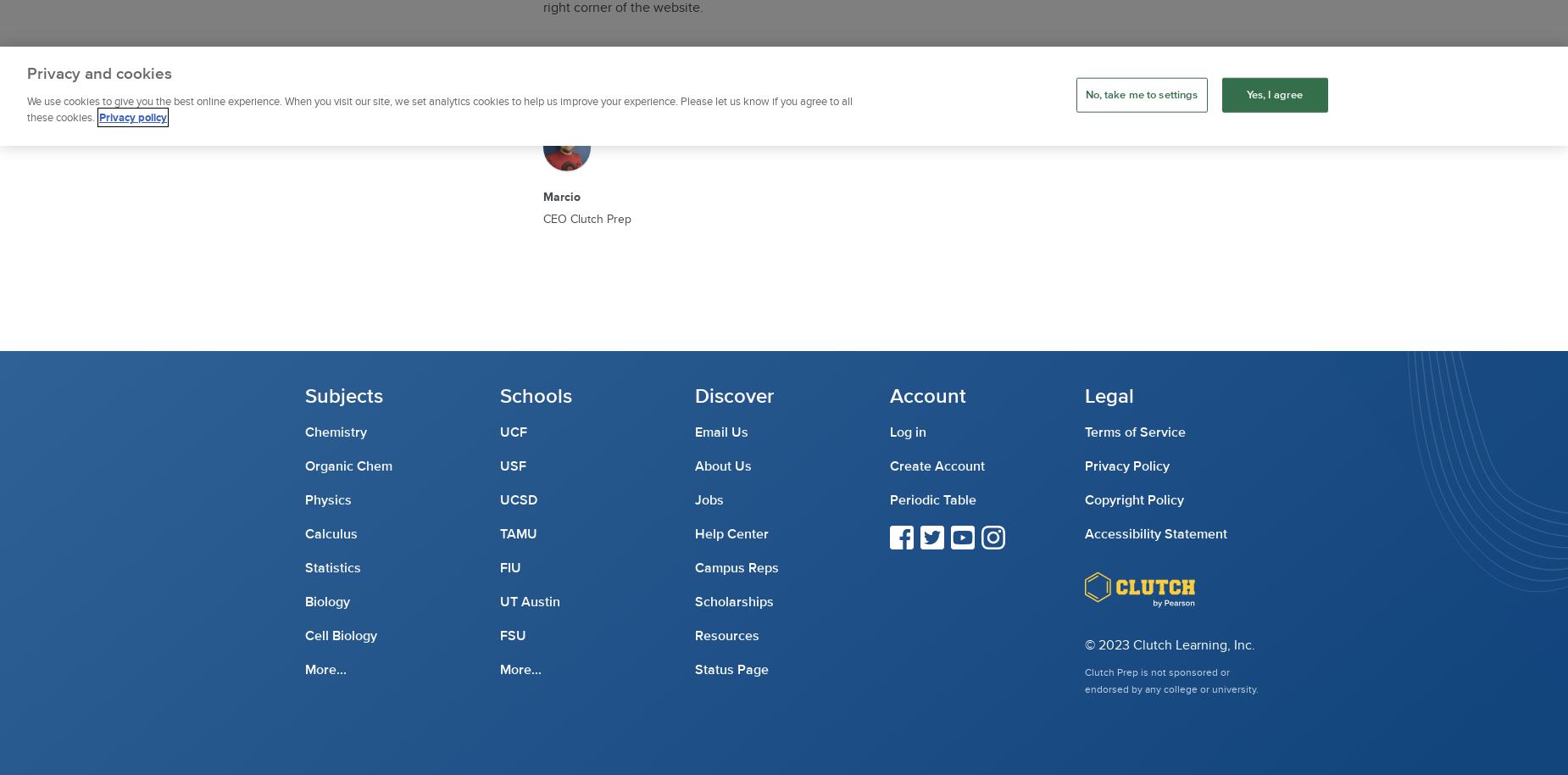  What do you see at coordinates (1133, 499) in the screenshot?
I see `'Copyright Policy'` at bounding box center [1133, 499].